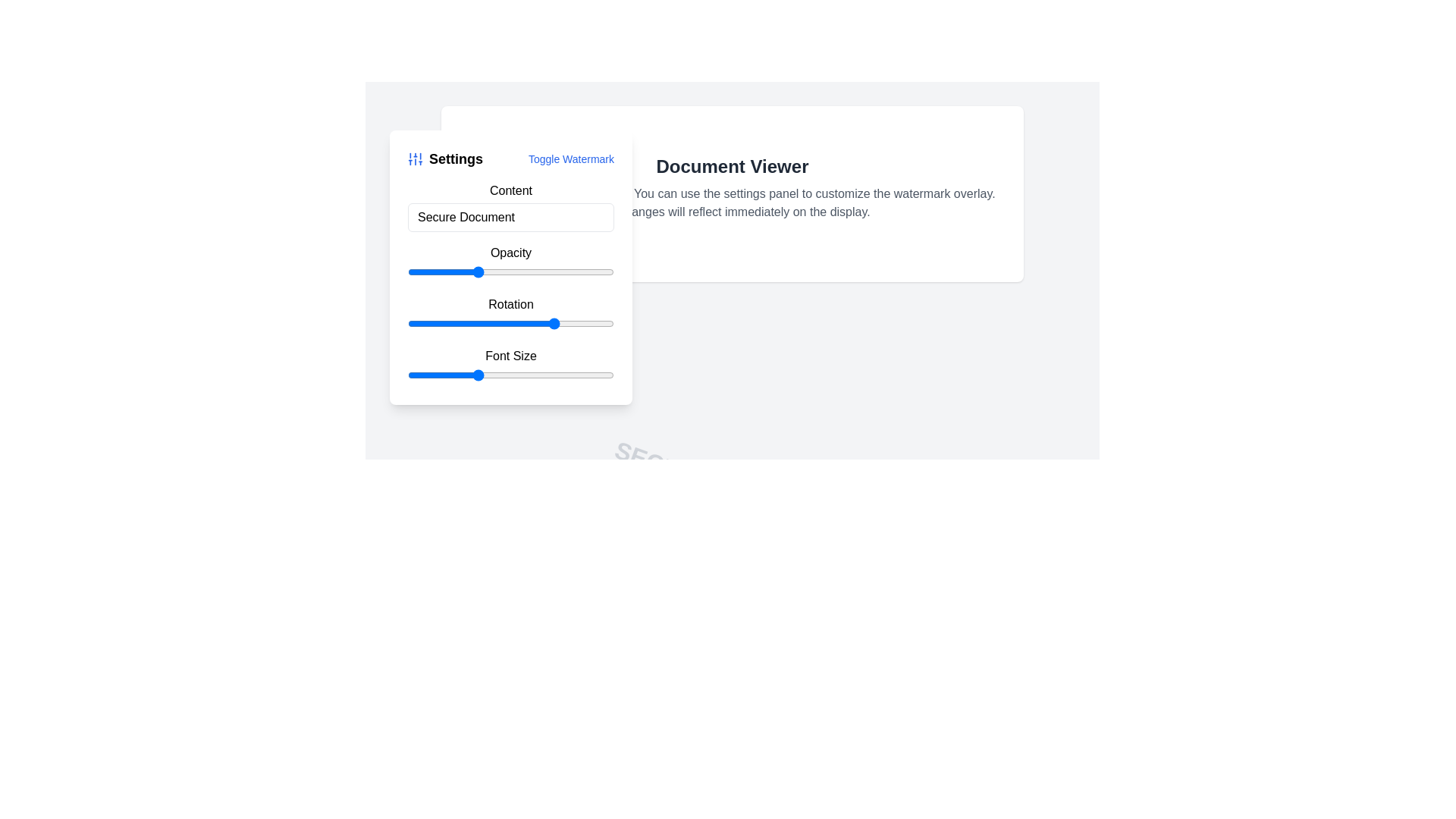 The height and width of the screenshot is (819, 1456). I want to click on the rotation value, so click(607, 323).